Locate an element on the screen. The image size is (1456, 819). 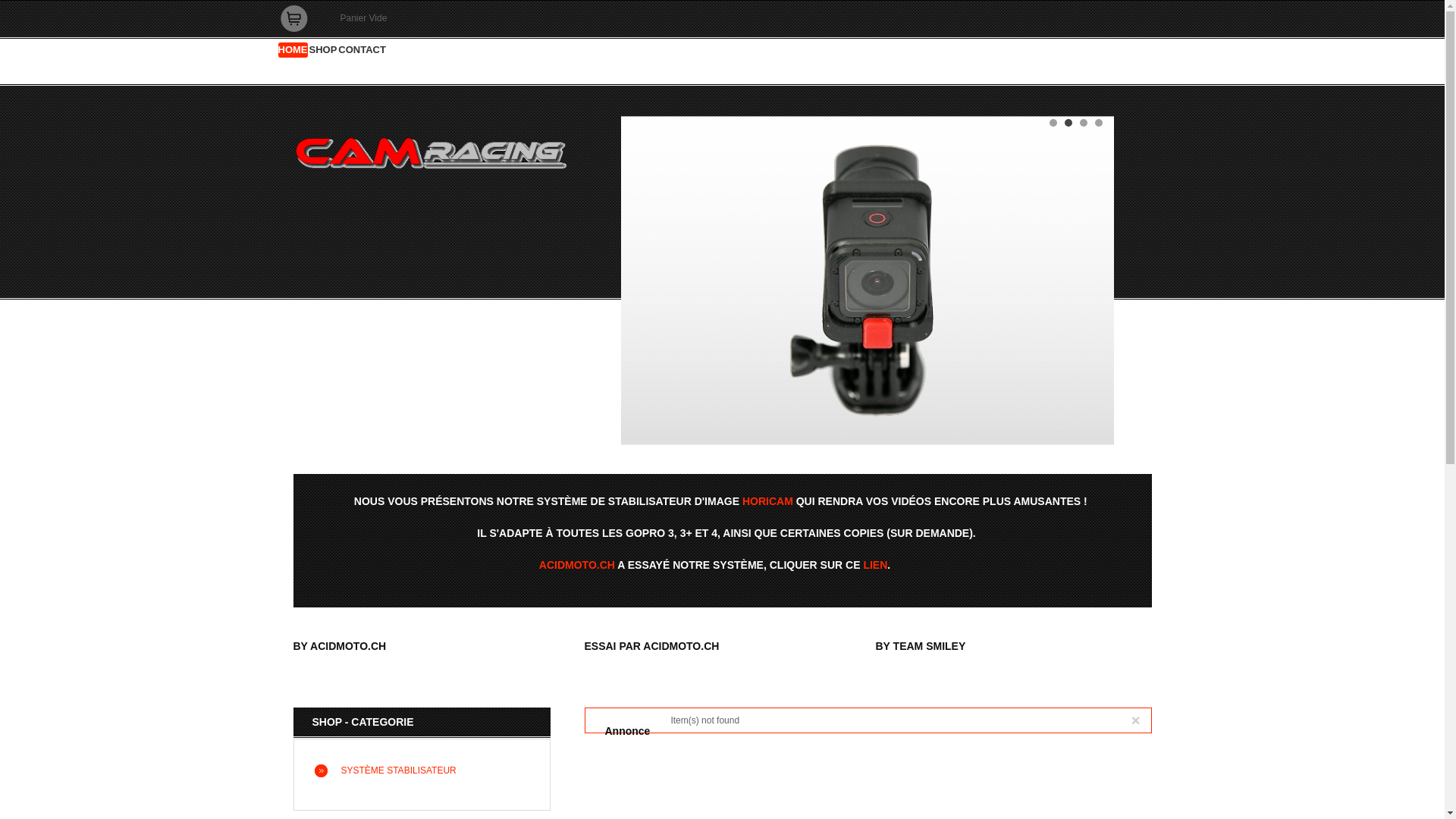
'CONTACT' is located at coordinates (361, 49).